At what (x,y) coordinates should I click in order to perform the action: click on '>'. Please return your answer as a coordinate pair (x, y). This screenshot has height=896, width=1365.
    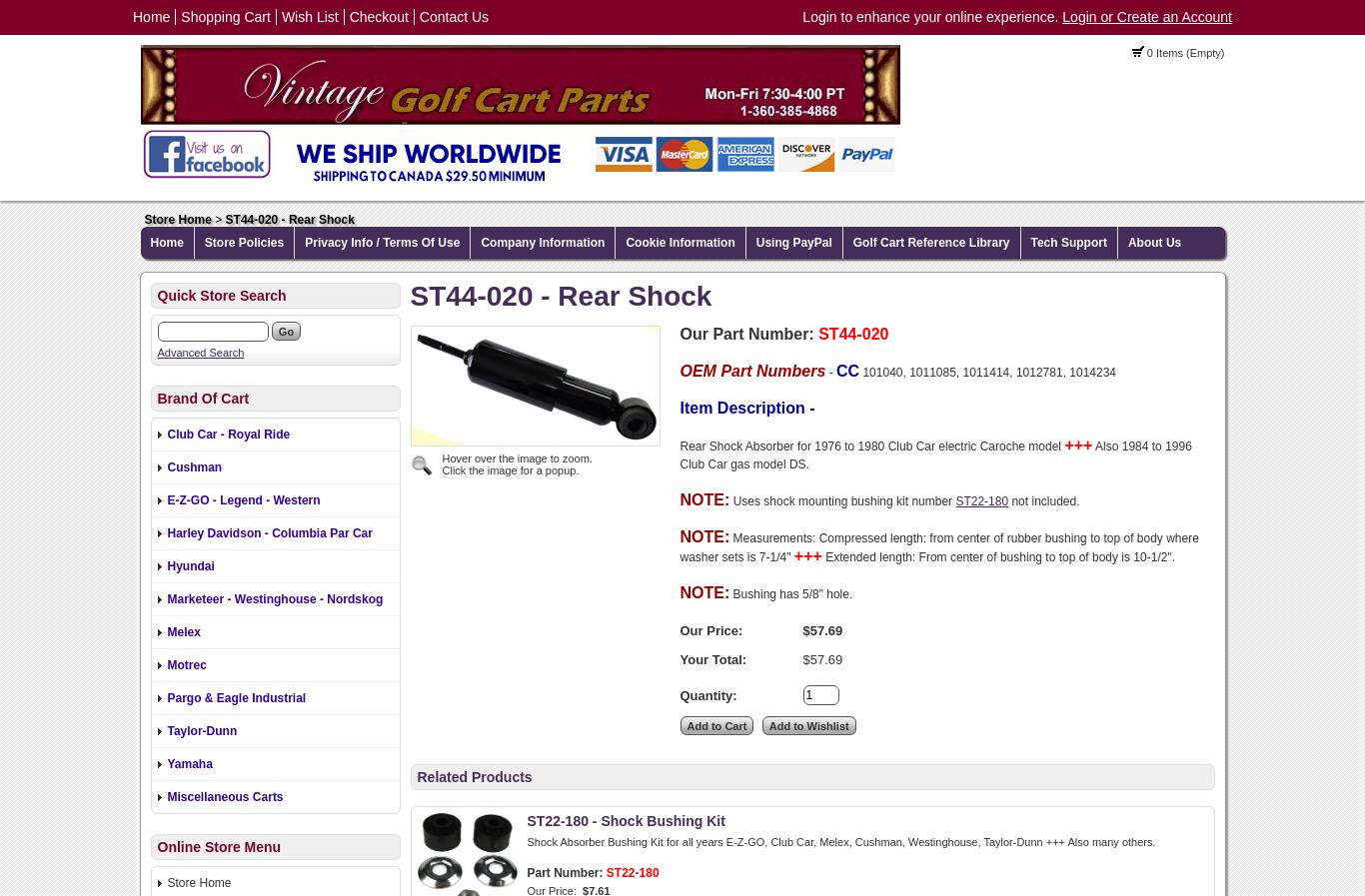
    Looking at the image, I should click on (210, 219).